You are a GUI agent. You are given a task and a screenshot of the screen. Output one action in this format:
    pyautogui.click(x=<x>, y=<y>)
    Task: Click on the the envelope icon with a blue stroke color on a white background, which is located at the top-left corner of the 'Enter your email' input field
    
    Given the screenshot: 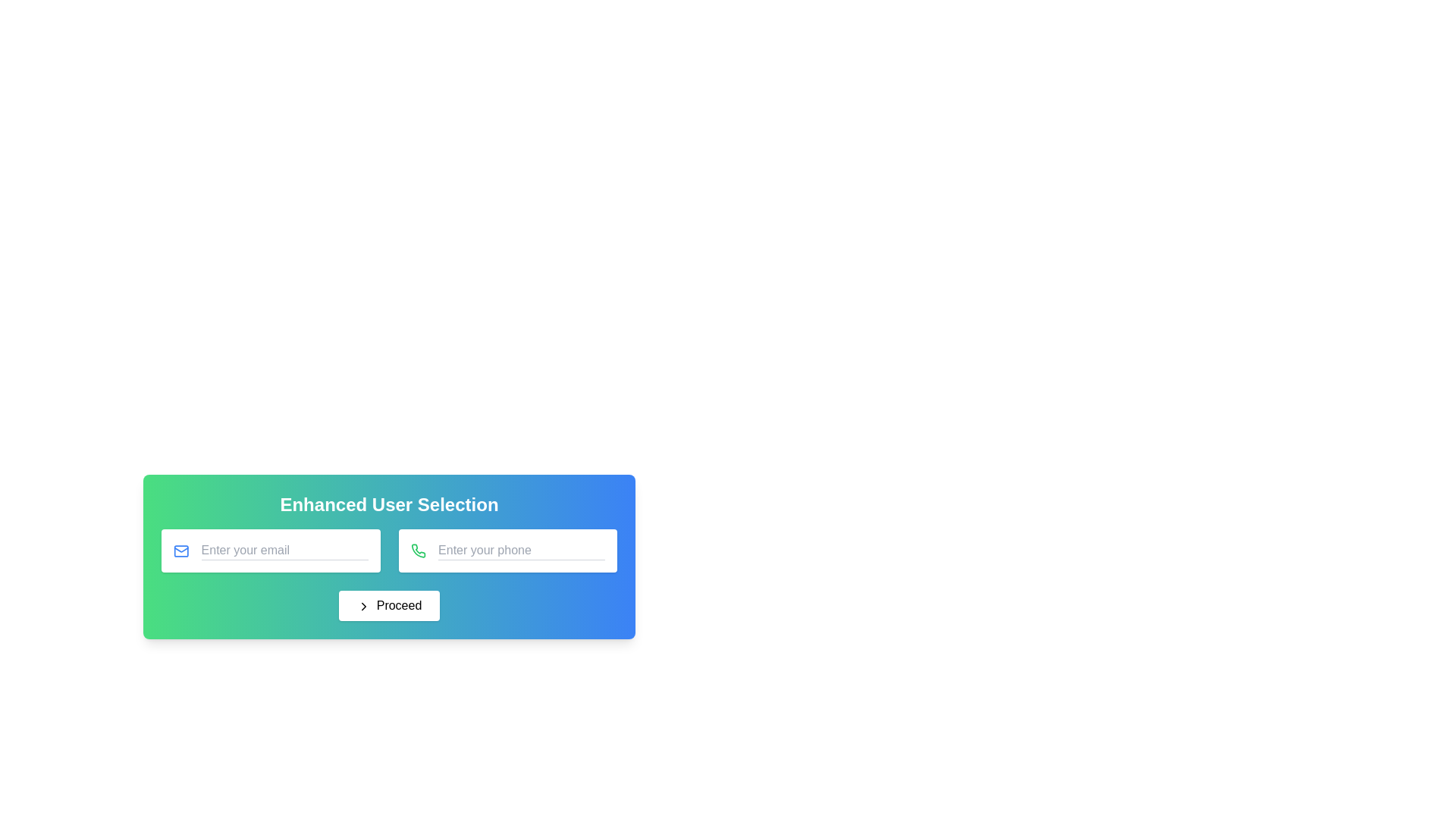 What is the action you would take?
    pyautogui.click(x=181, y=551)
    